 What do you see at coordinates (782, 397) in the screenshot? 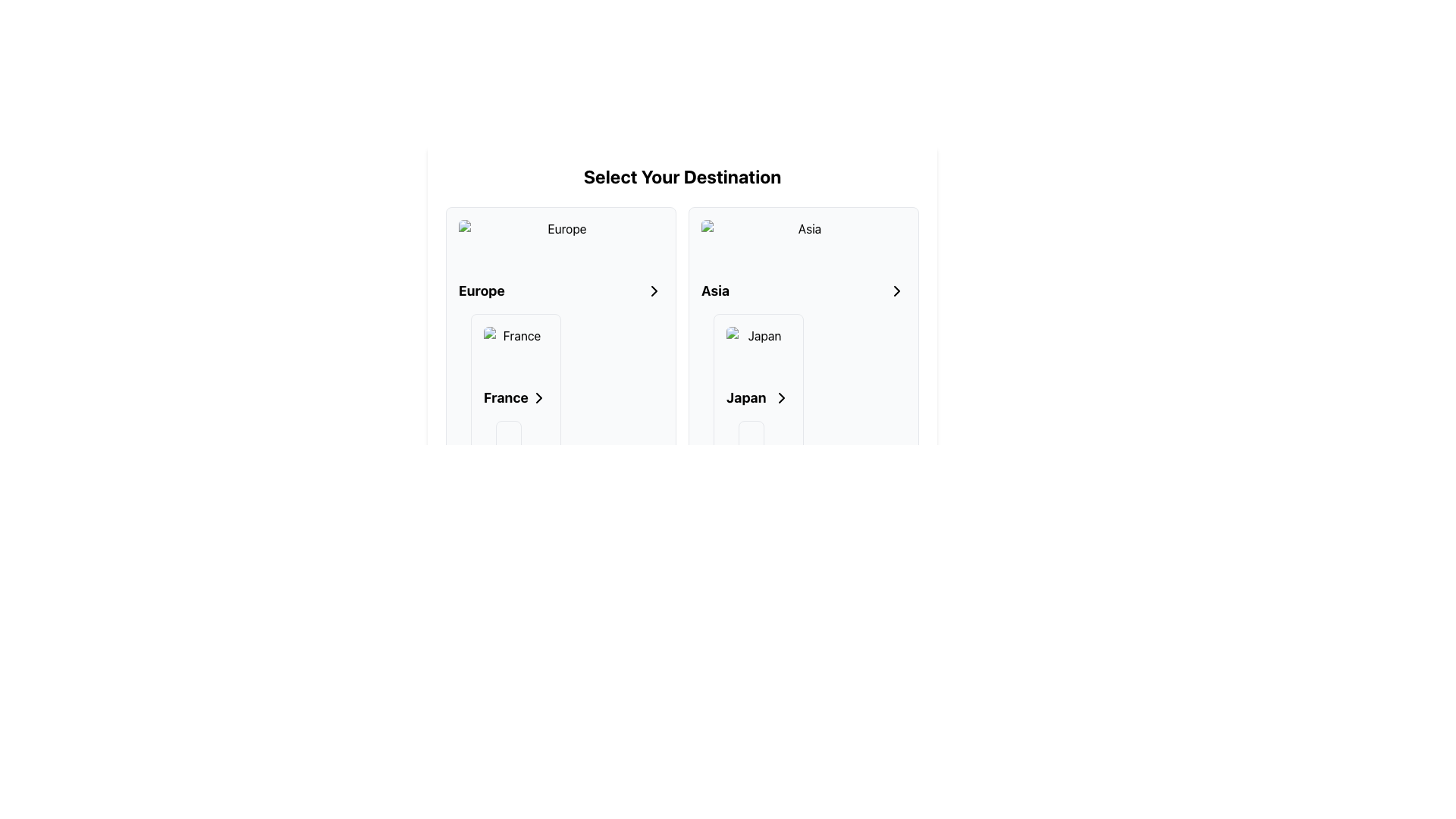
I see `the navigation icon located to the right of the 'Japan' text` at bounding box center [782, 397].